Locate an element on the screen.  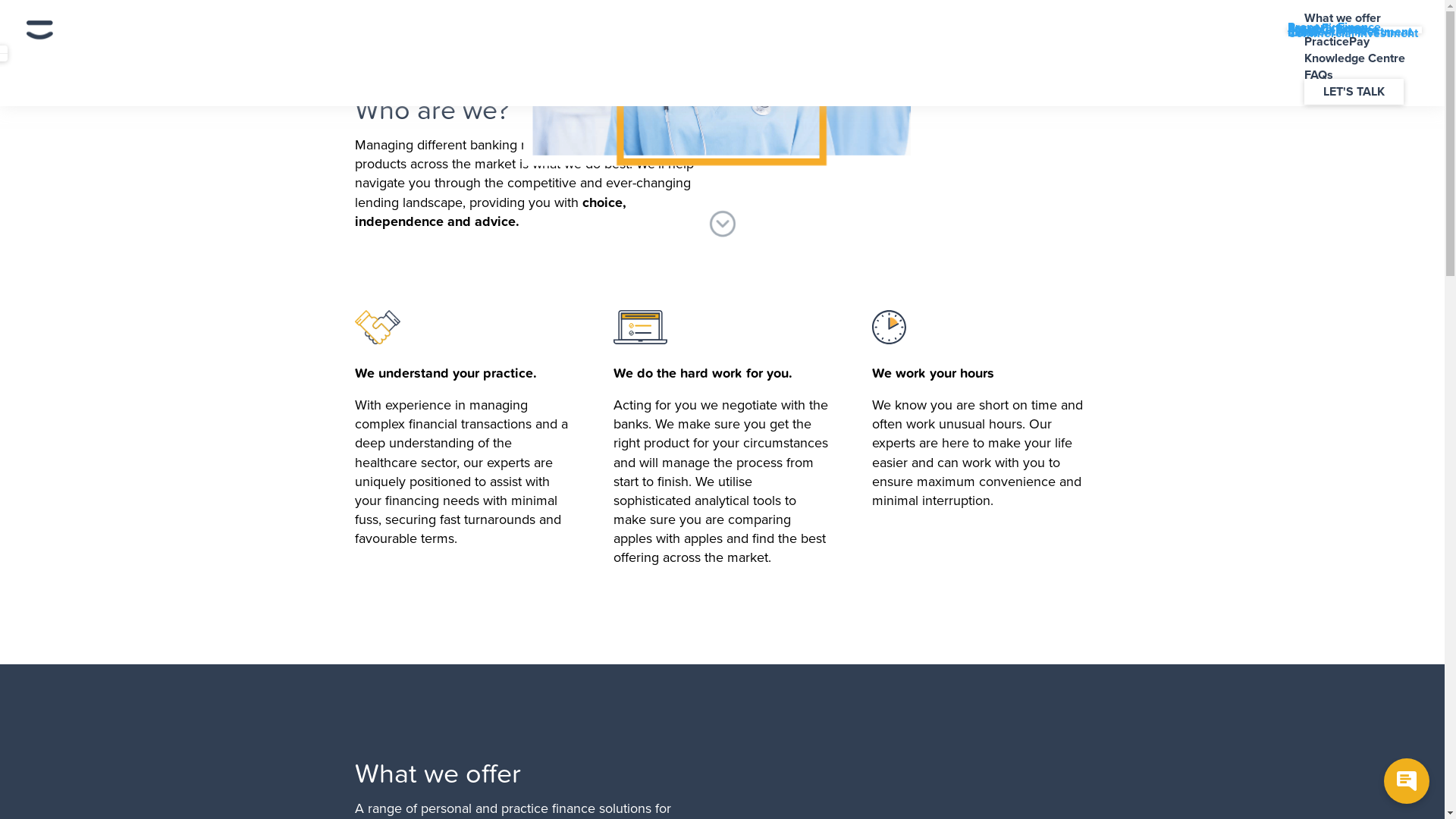
'For your home' is located at coordinates (1326, 29).